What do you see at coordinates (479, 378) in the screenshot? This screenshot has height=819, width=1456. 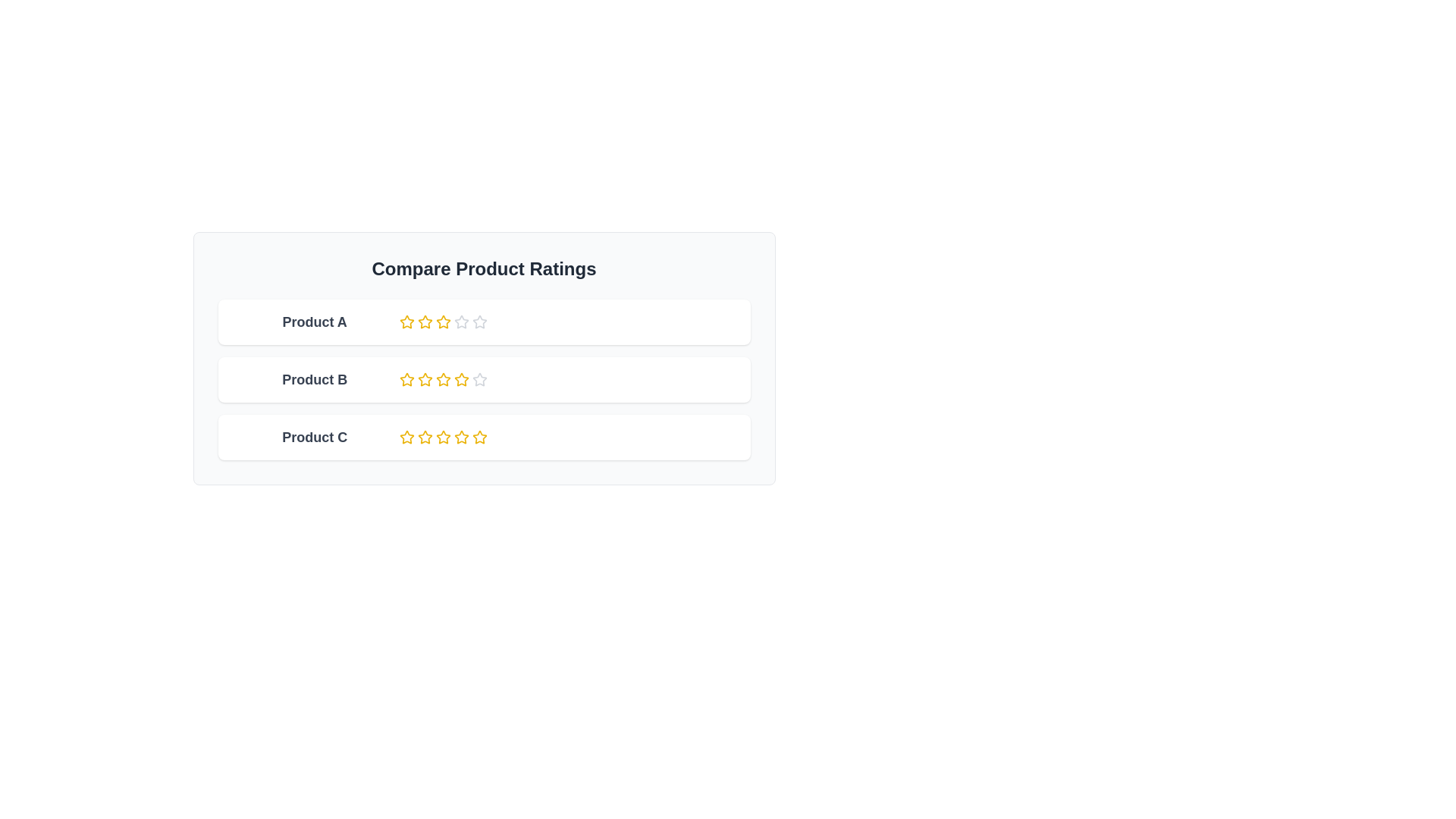 I see `the third star-shaped icon in the rating component for 'Product B'` at bounding box center [479, 378].